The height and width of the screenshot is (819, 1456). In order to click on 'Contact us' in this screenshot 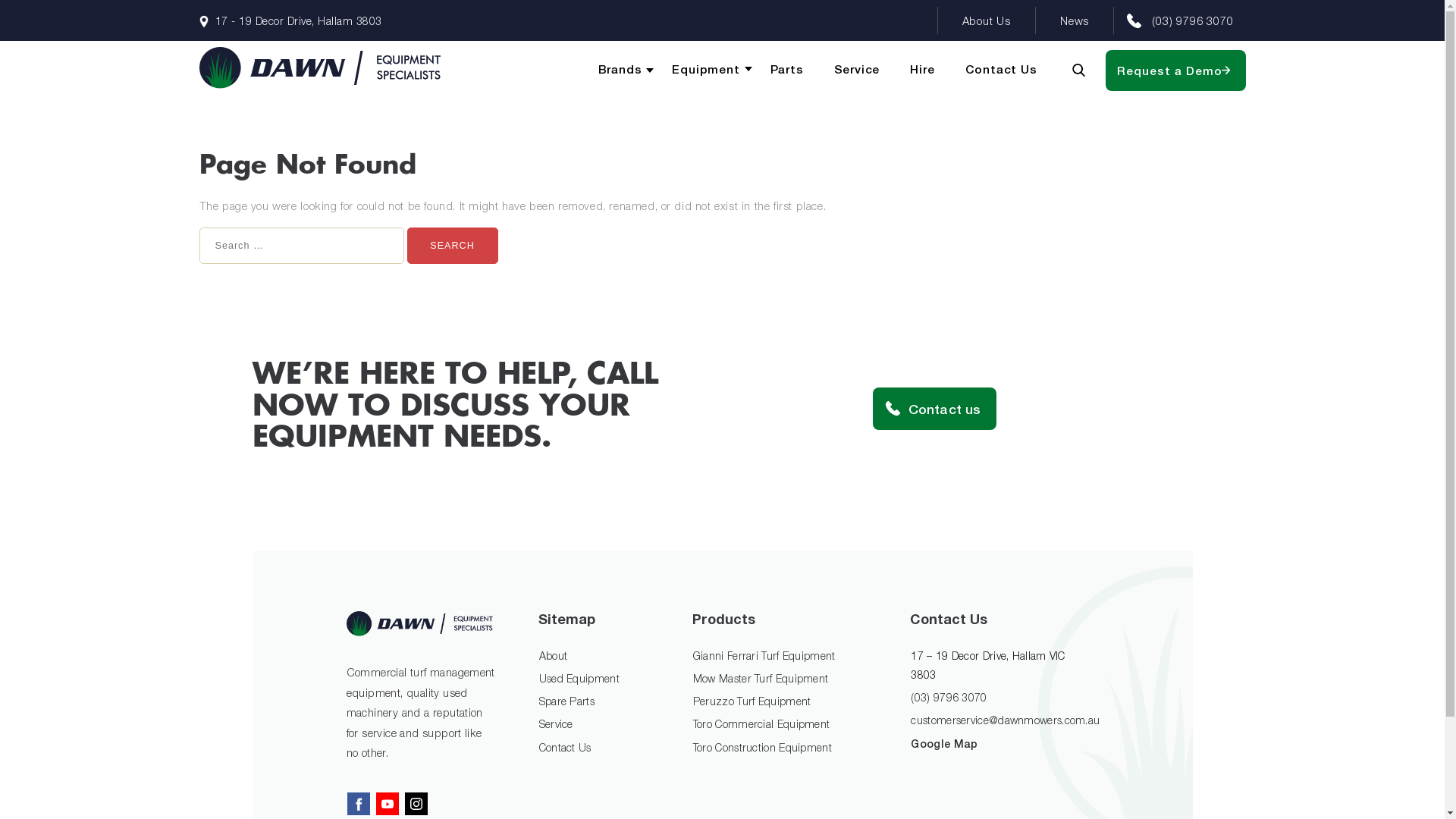, I will do `click(933, 408)`.